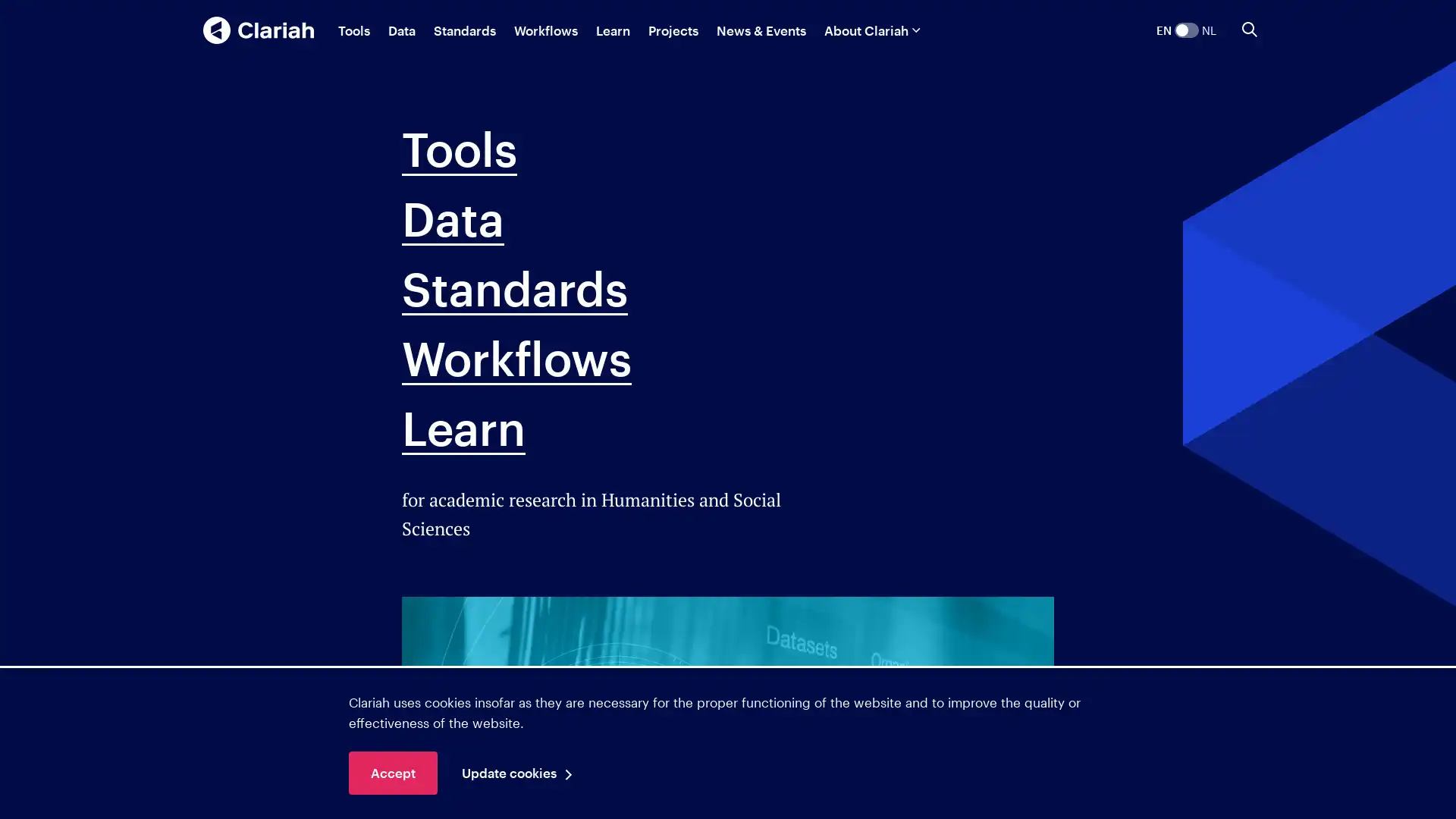  I want to click on Accept, so click(393, 773).